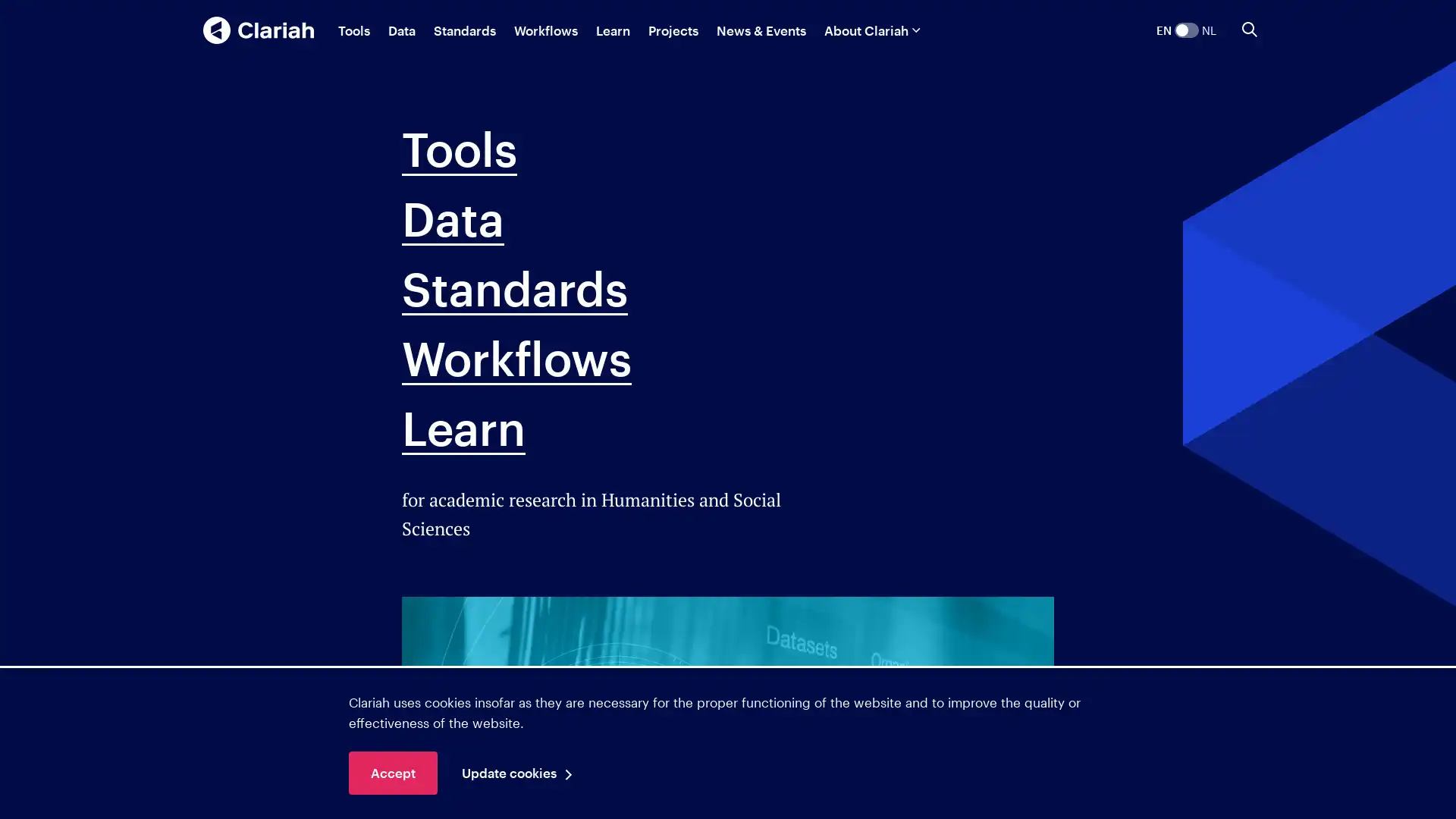  I want to click on Accept, so click(393, 773).